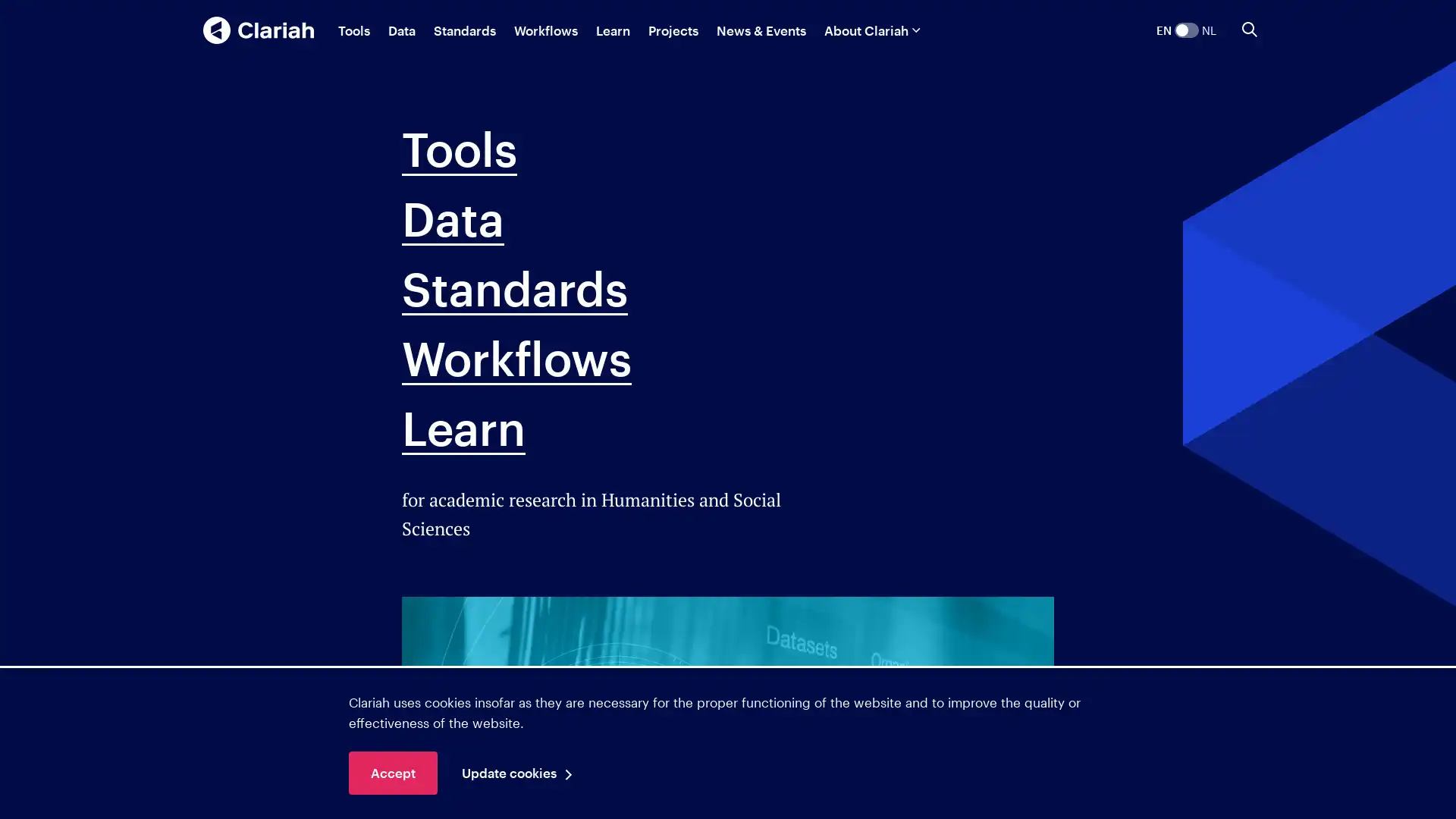  I want to click on Accept, so click(393, 773).